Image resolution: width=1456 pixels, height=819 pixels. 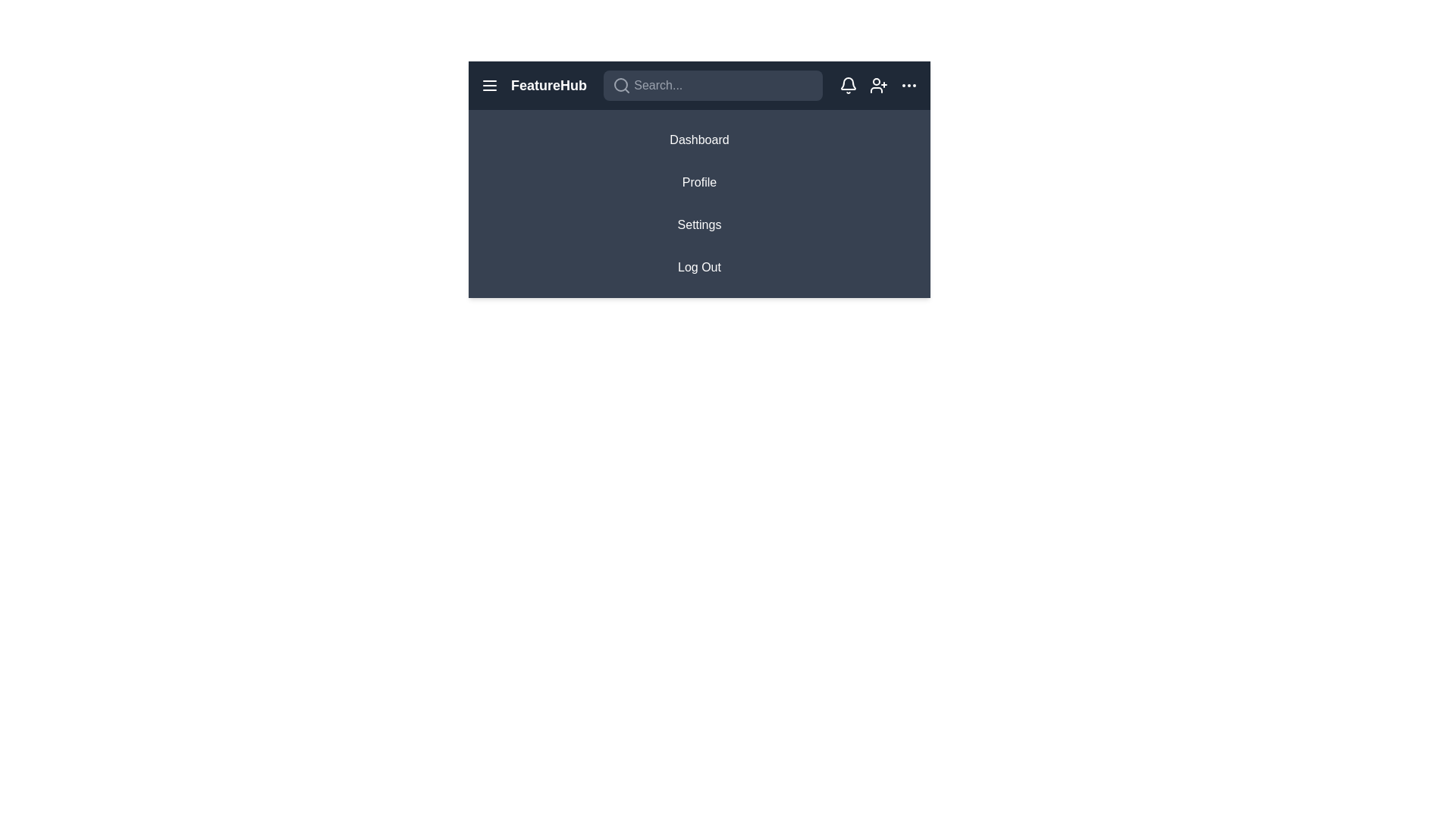 I want to click on the 'Settings' button, which is a rectangular button with a dark background and light font, located in the dropdown menu between the 'Profile' and 'Log Out' buttons, so click(x=698, y=225).